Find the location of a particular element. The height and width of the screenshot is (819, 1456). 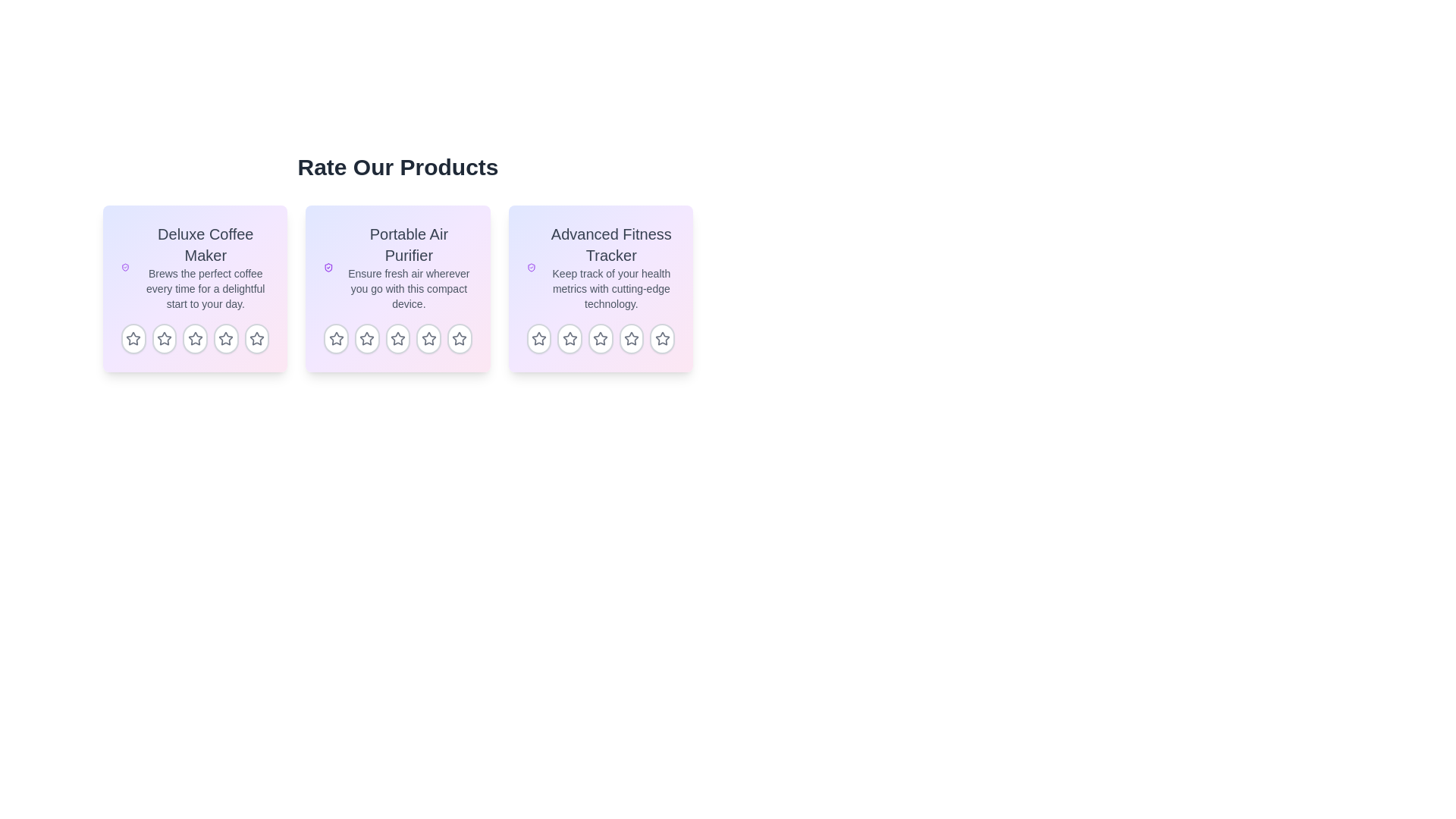

the fourth unselected rating star icon in the star-based rating system below the 'Advanced Fitness Tracker' card is located at coordinates (632, 338).